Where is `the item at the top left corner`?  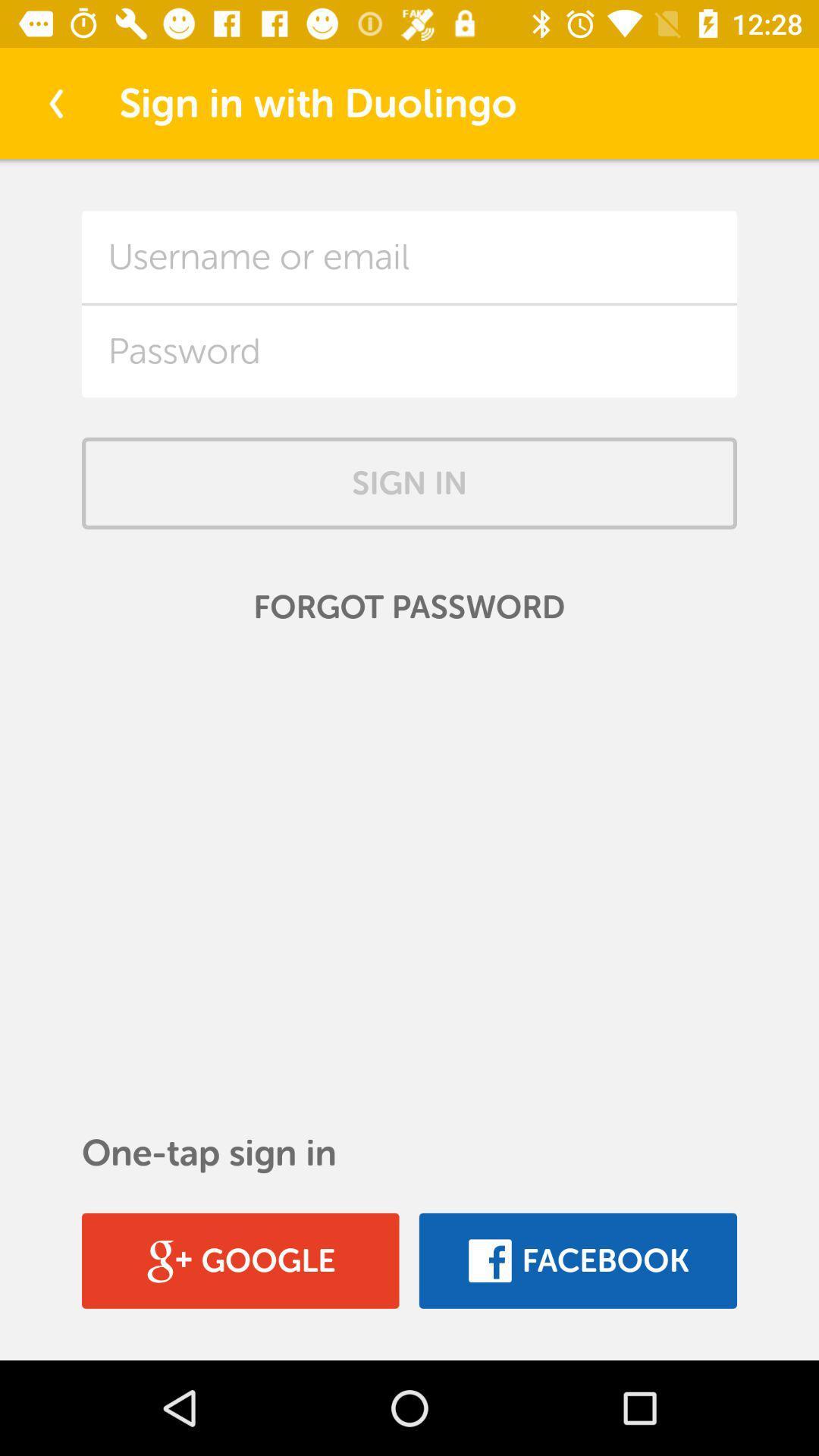
the item at the top left corner is located at coordinates (55, 102).